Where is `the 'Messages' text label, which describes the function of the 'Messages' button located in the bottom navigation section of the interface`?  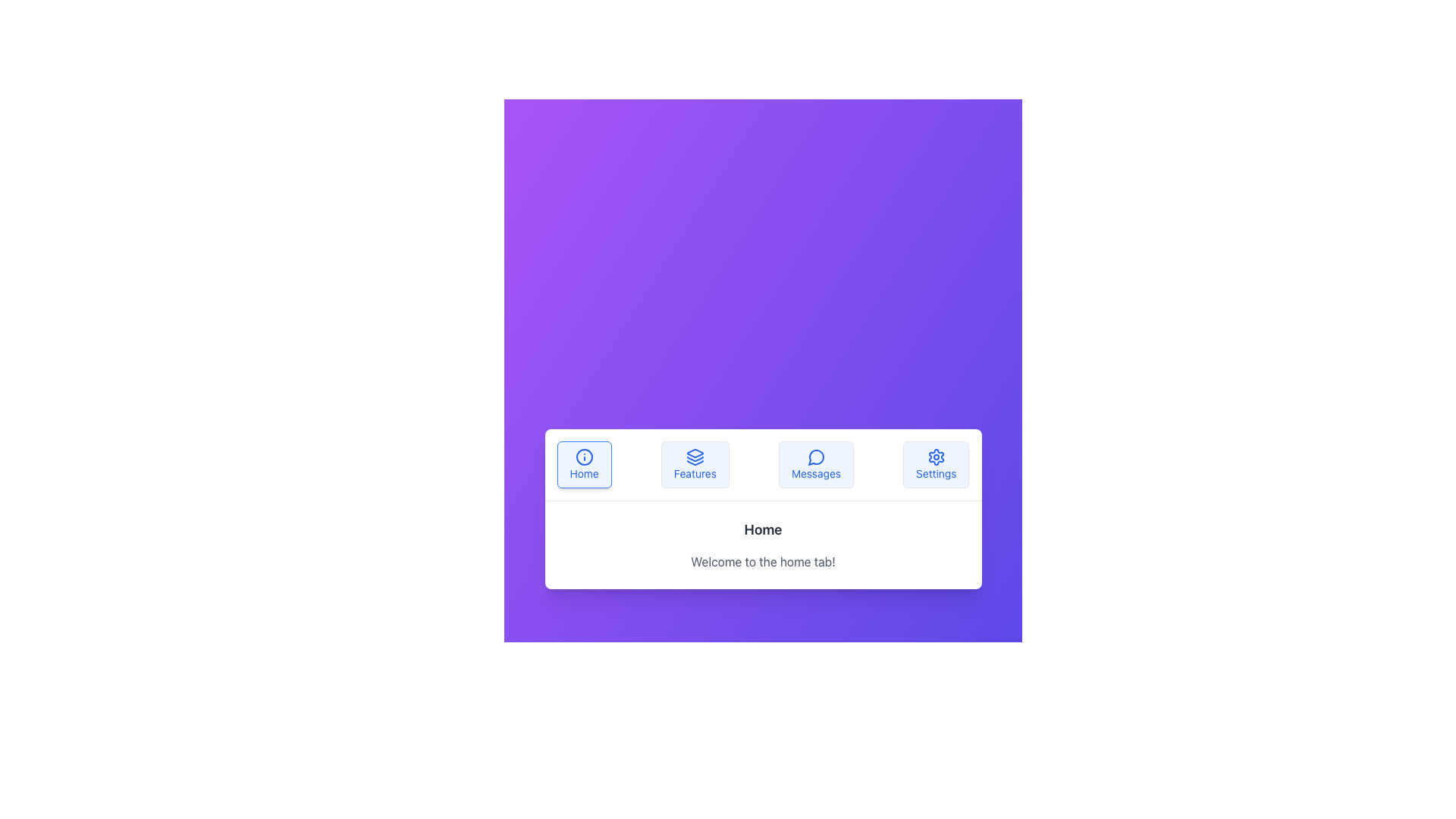
the 'Messages' text label, which describes the function of the 'Messages' button located in the bottom navigation section of the interface is located at coordinates (815, 472).